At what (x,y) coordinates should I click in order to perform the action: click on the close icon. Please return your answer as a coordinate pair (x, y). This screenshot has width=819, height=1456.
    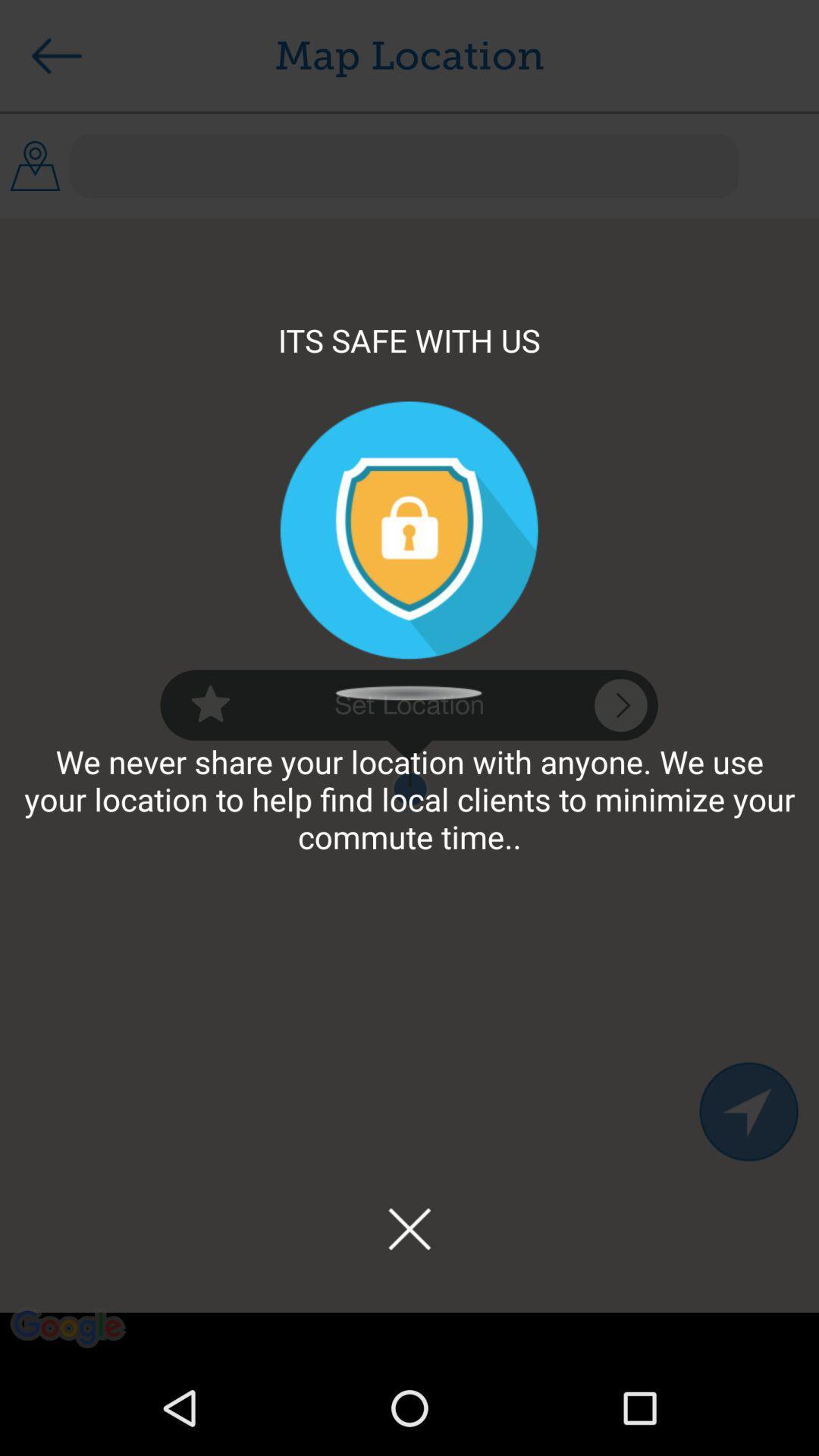
    Looking at the image, I should click on (409, 1314).